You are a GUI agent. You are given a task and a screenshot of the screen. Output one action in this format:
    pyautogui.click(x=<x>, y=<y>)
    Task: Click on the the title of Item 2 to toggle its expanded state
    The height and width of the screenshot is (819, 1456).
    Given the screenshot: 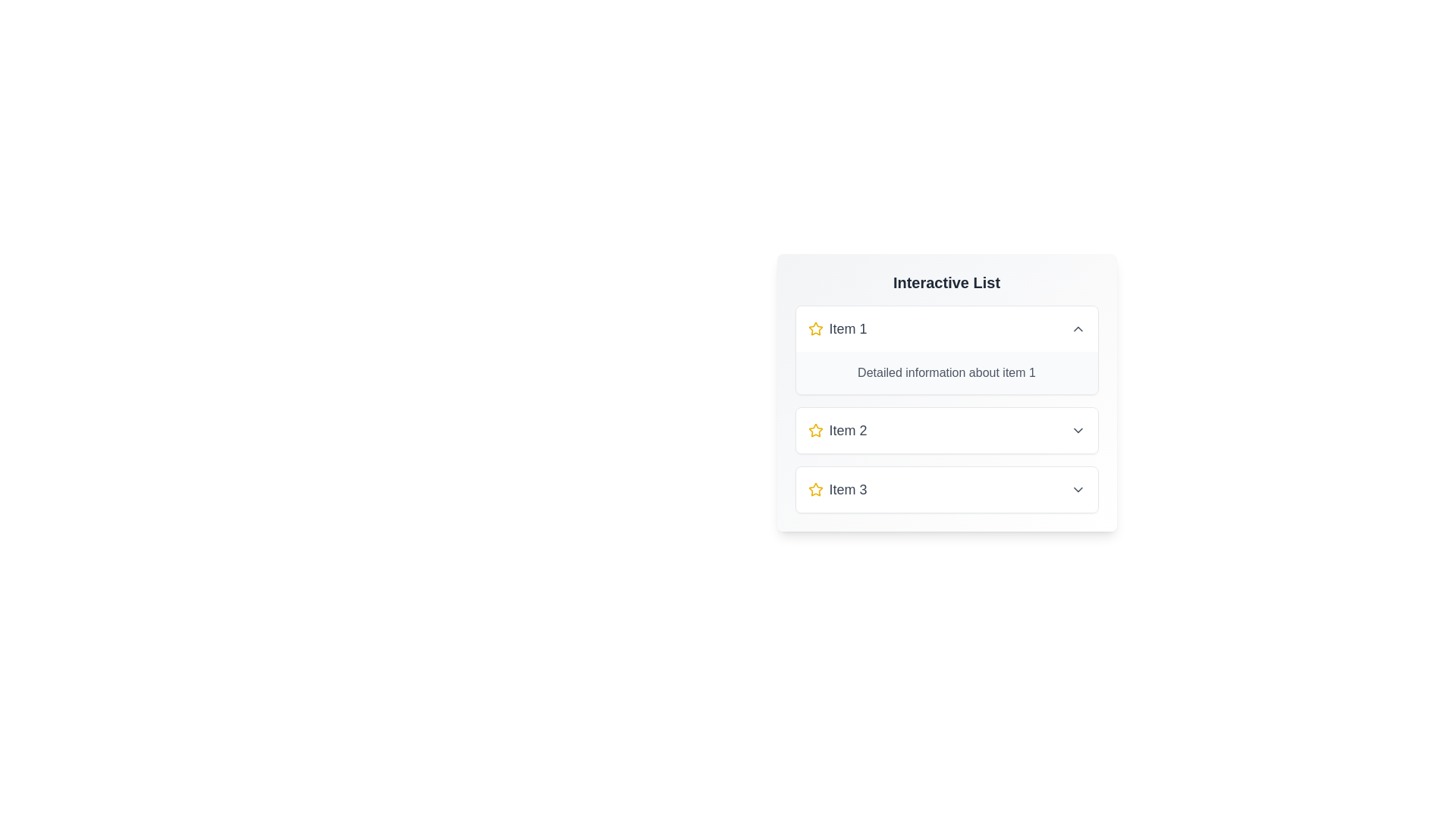 What is the action you would take?
    pyautogui.click(x=946, y=430)
    